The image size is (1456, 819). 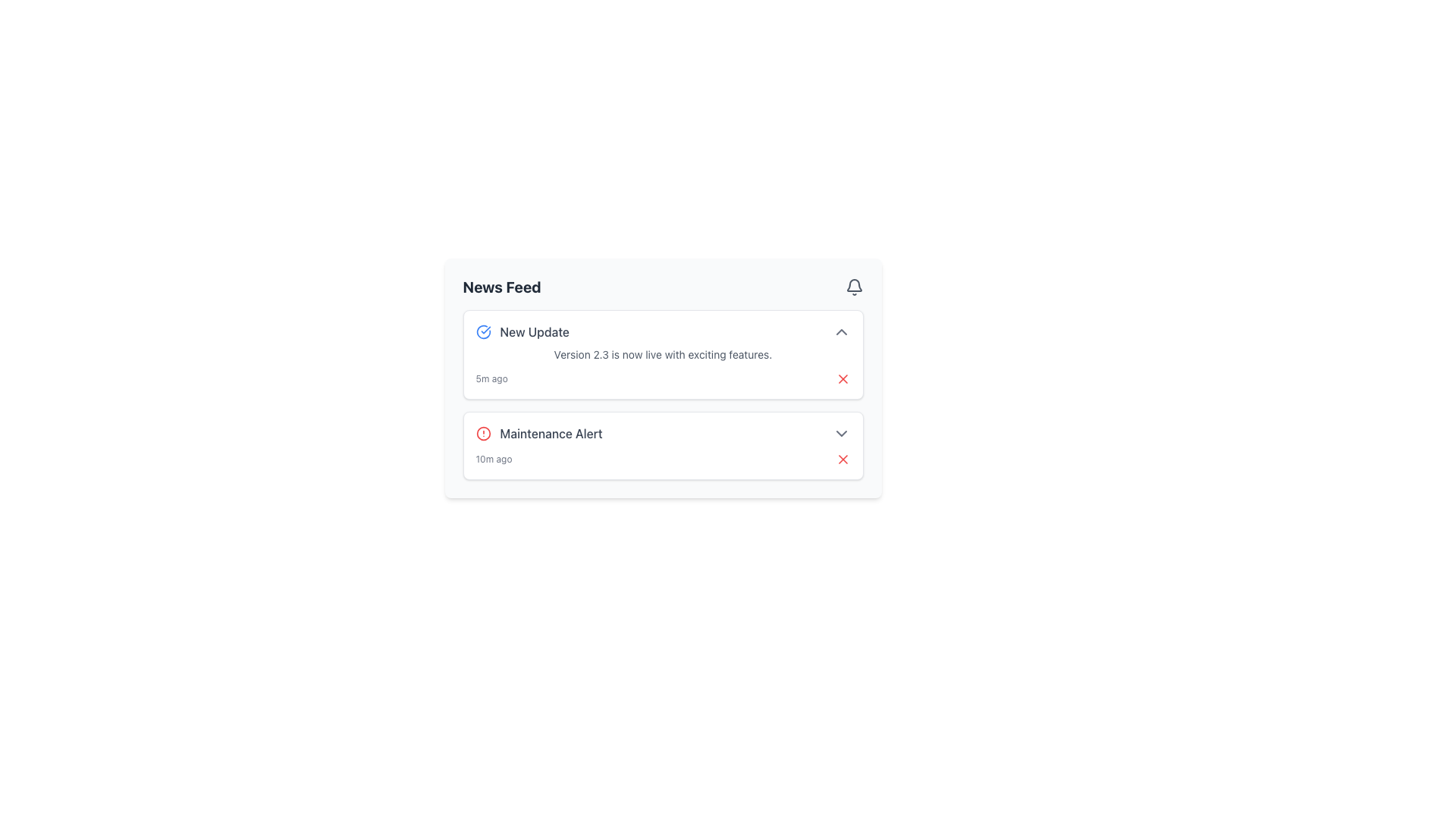 What do you see at coordinates (842, 458) in the screenshot?
I see `the button on the right side of the 'Maintenance Alert' notification` at bounding box center [842, 458].